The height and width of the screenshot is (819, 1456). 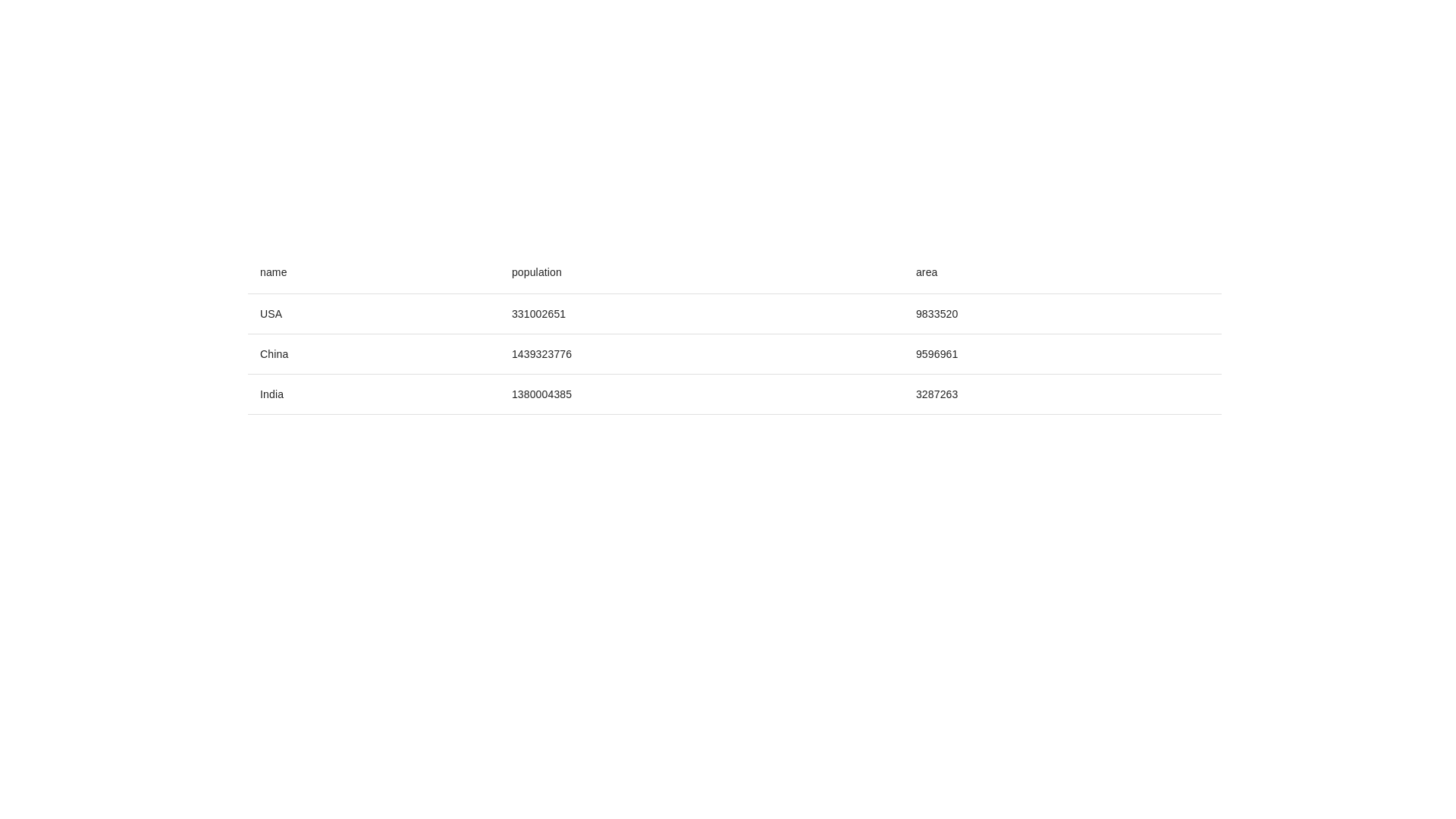 What do you see at coordinates (1062, 394) in the screenshot?
I see `the table cell displaying the number '3287263' which is aligned to the right in the row corresponding to 'India'` at bounding box center [1062, 394].